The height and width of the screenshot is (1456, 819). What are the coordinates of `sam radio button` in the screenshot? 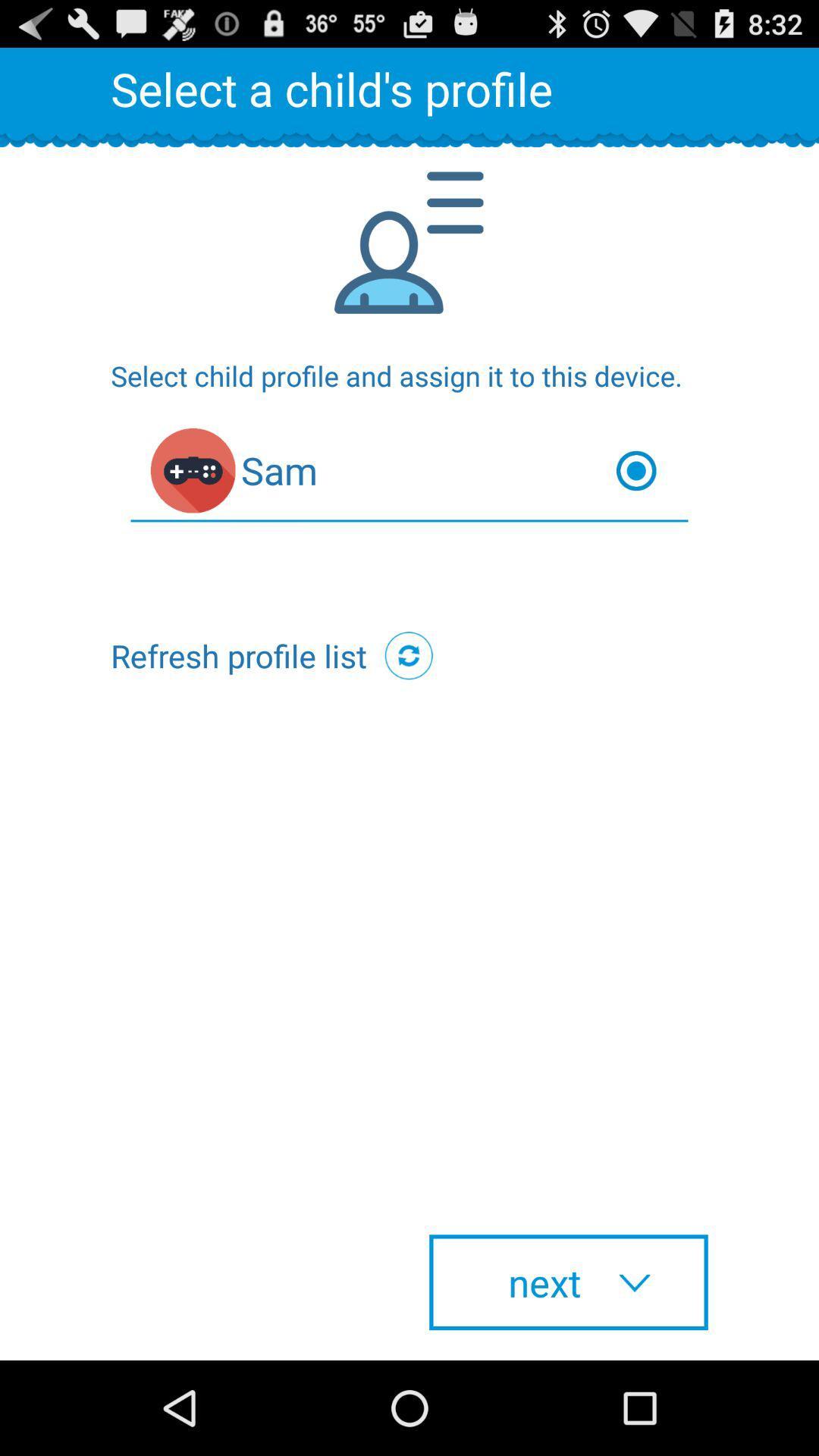 It's located at (409, 473).